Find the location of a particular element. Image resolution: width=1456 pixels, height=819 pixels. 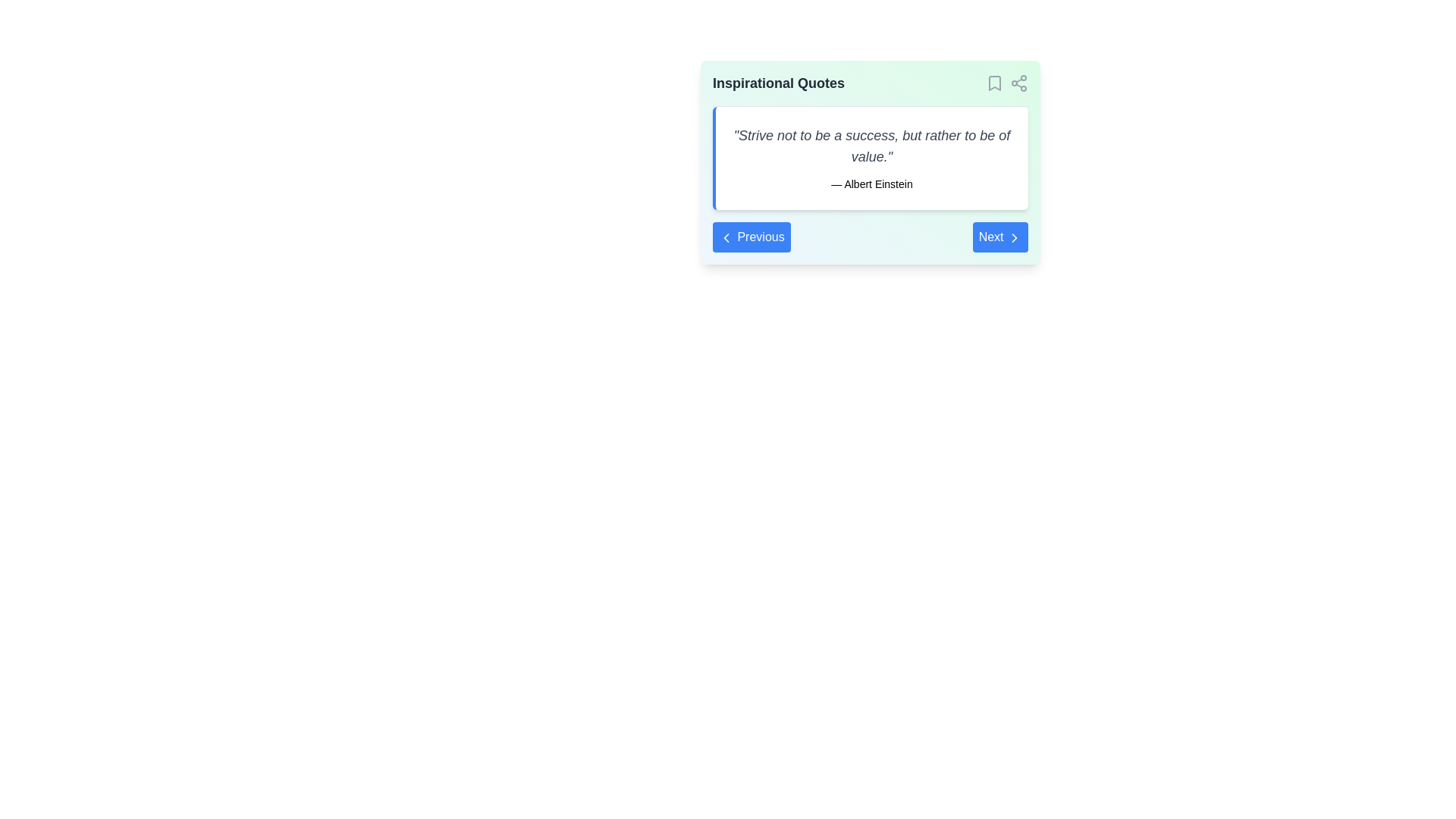

the text display element that shows the quote: '"Strive not to be a success, but rather to be of value."' styled in large, italicized gray font is located at coordinates (872, 146).